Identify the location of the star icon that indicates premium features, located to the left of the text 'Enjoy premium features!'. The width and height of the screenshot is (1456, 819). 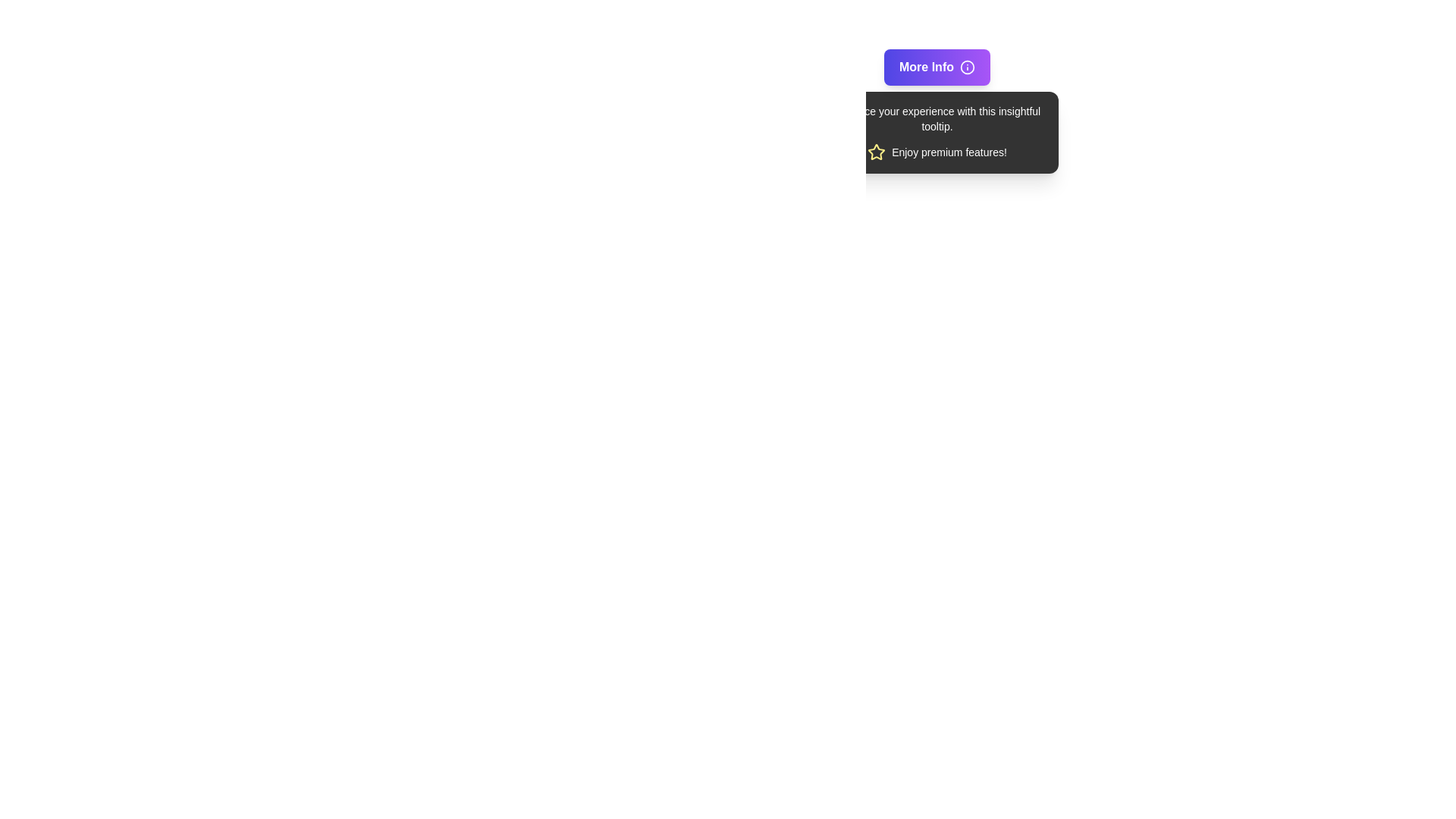
(877, 152).